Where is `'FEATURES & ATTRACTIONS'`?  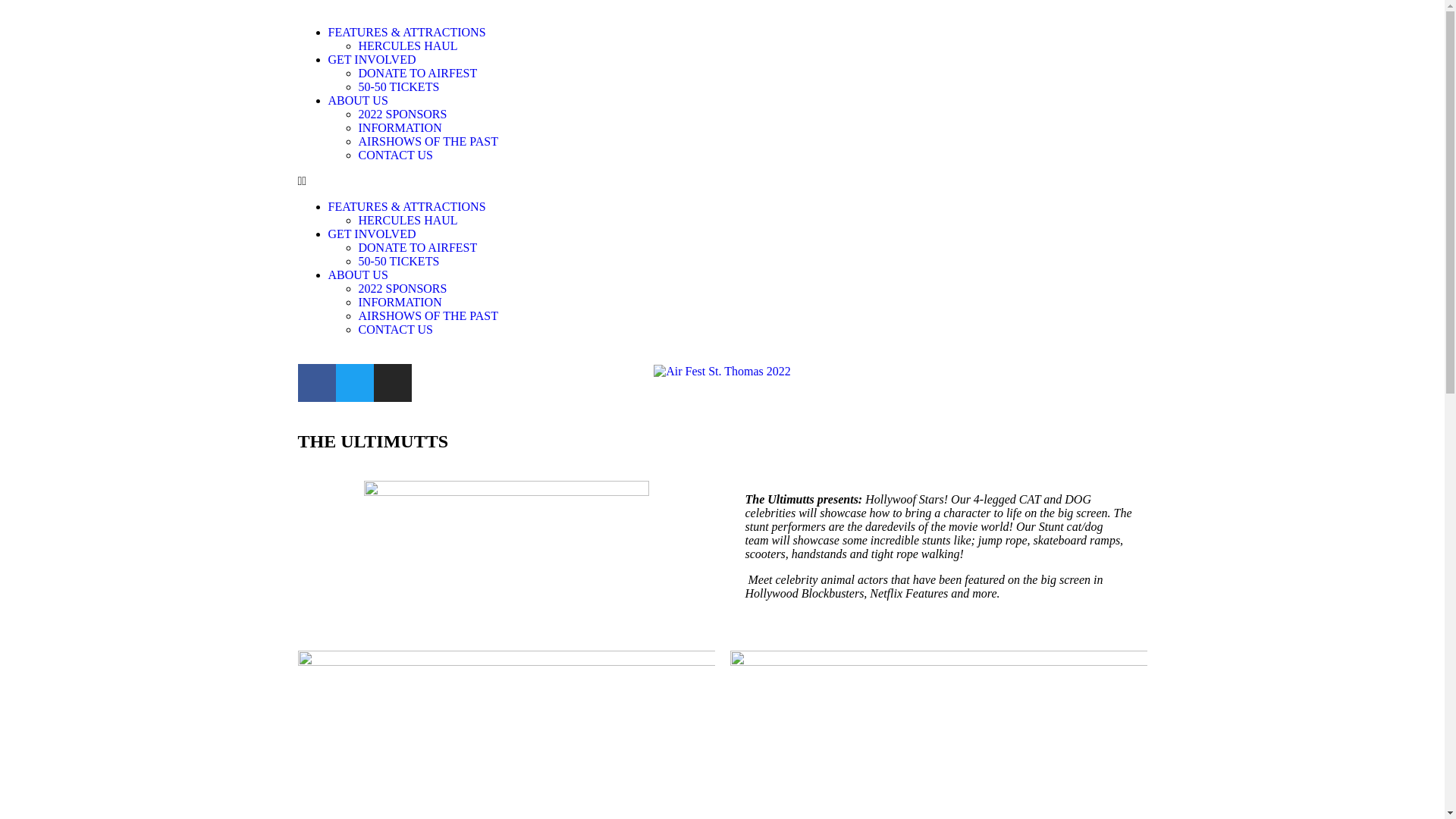 'FEATURES & ATTRACTIONS' is located at coordinates (406, 206).